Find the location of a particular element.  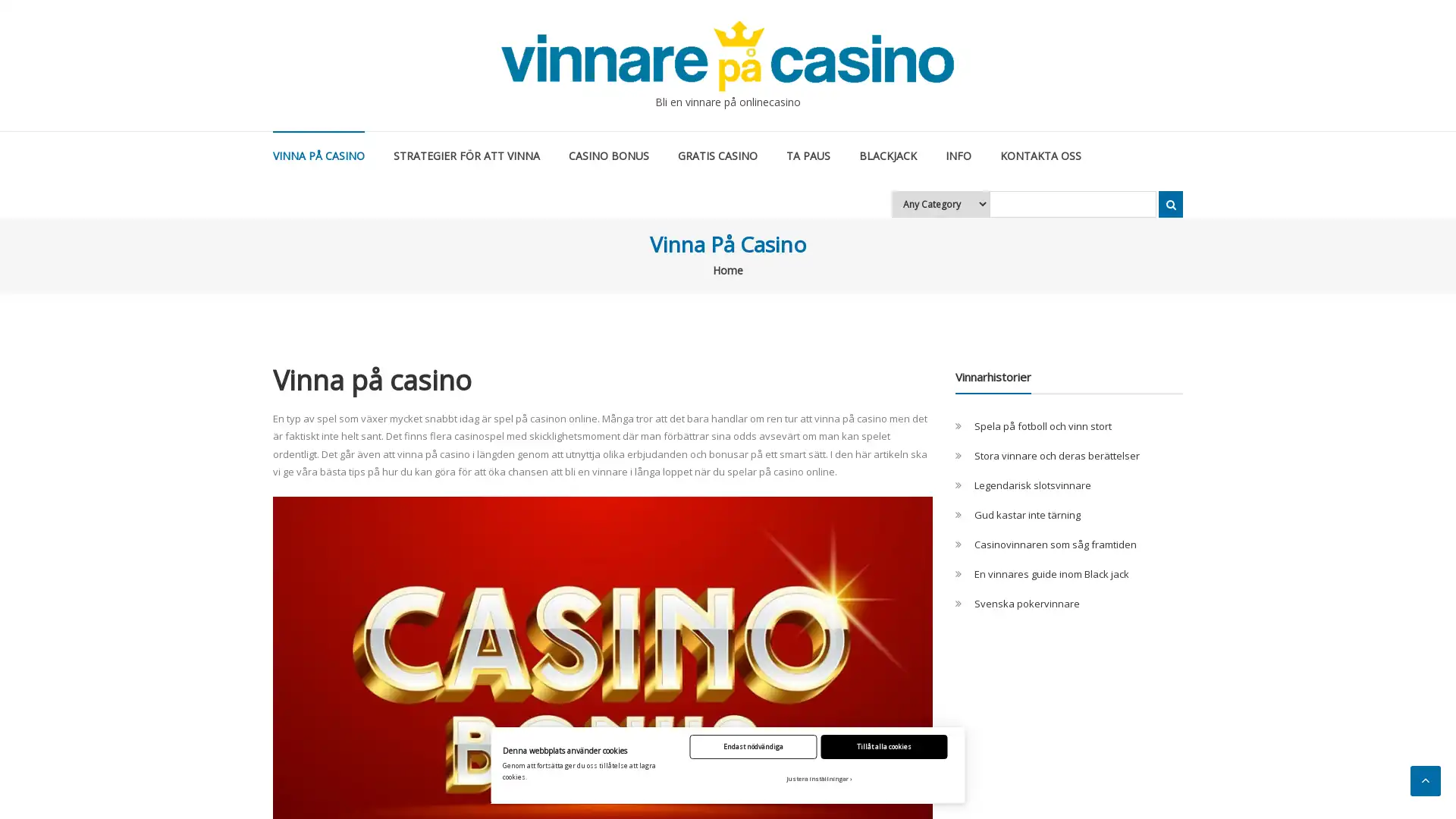

Tillat alla cookies is located at coordinates (883, 745).